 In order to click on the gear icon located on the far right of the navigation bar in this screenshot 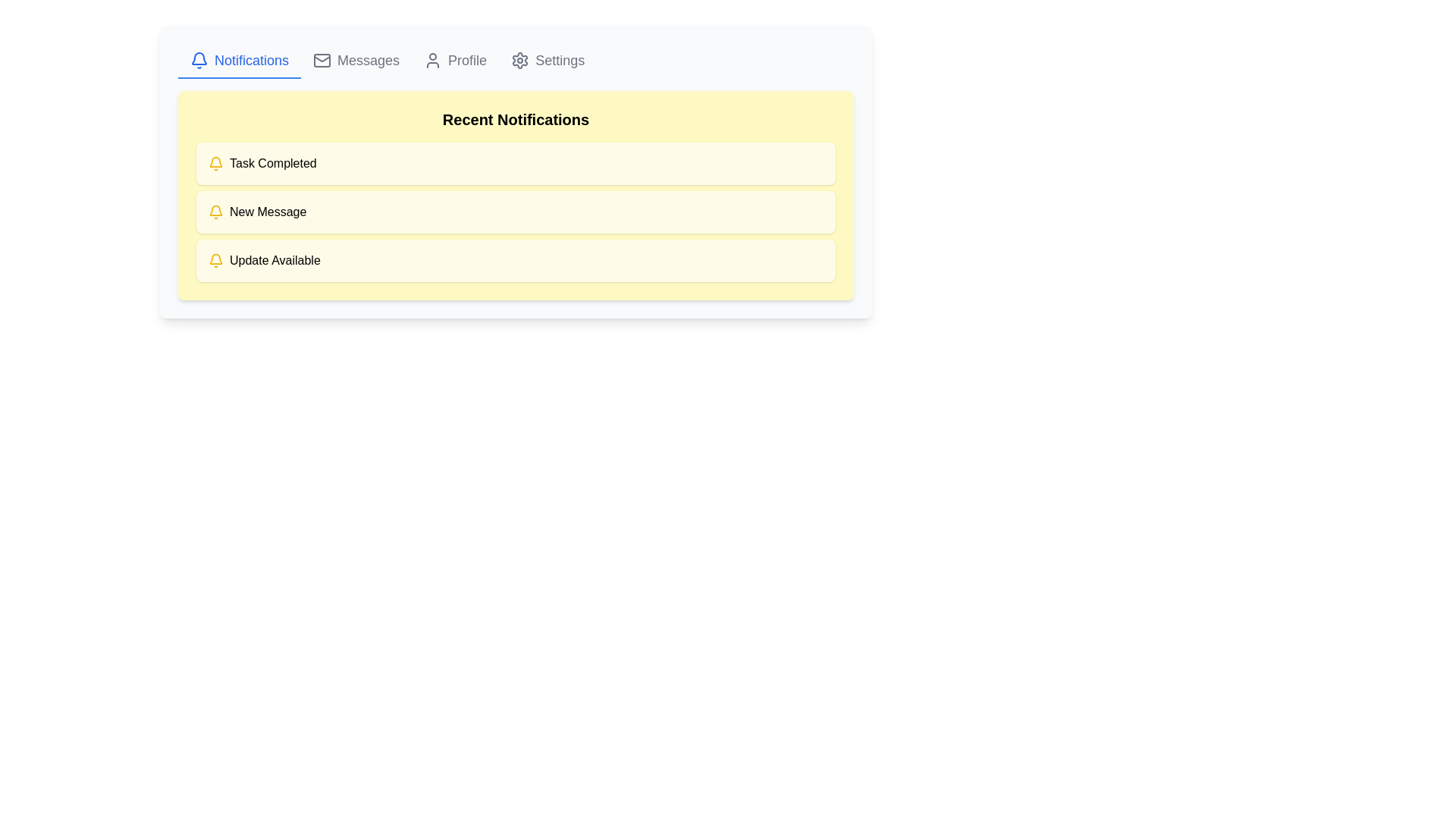, I will do `click(520, 60)`.